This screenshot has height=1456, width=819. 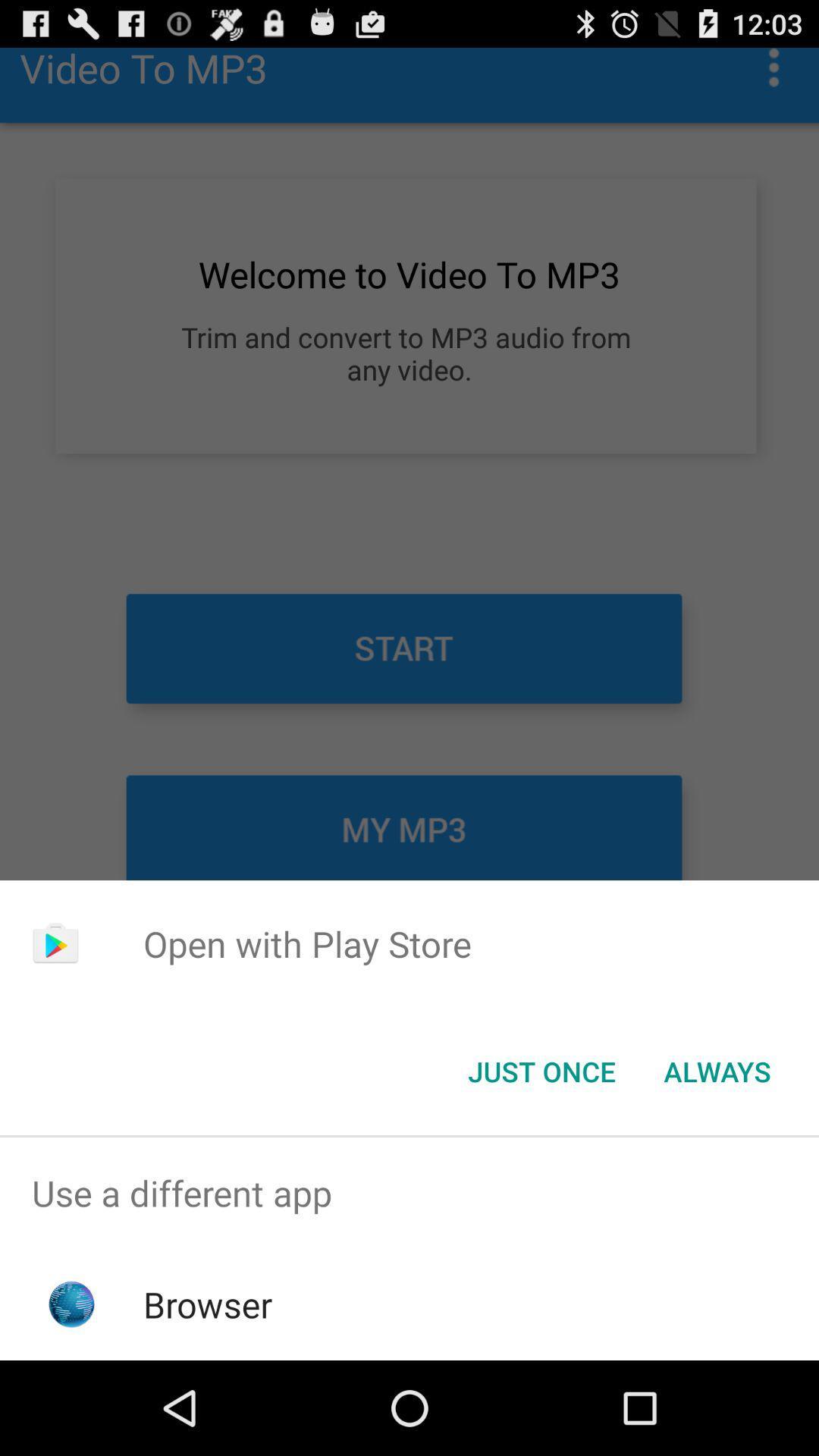 What do you see at coordinates (409, 1192) in the screenshot?
I see `the use a different` at bounding box center [409, 1192].